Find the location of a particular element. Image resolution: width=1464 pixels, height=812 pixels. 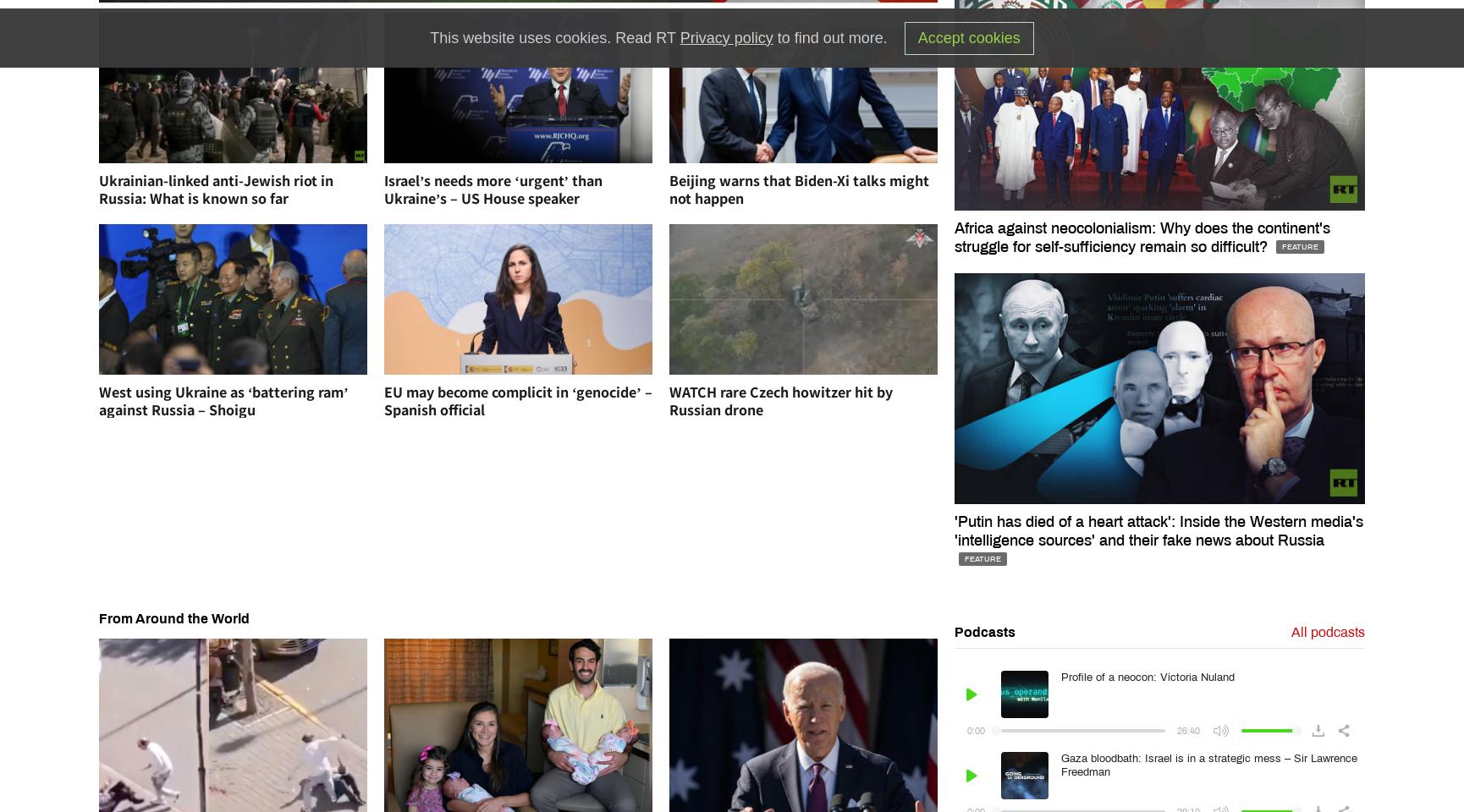

'Profile of a neocon: Victoria Nuland' is located at coordinates (1060, 676).